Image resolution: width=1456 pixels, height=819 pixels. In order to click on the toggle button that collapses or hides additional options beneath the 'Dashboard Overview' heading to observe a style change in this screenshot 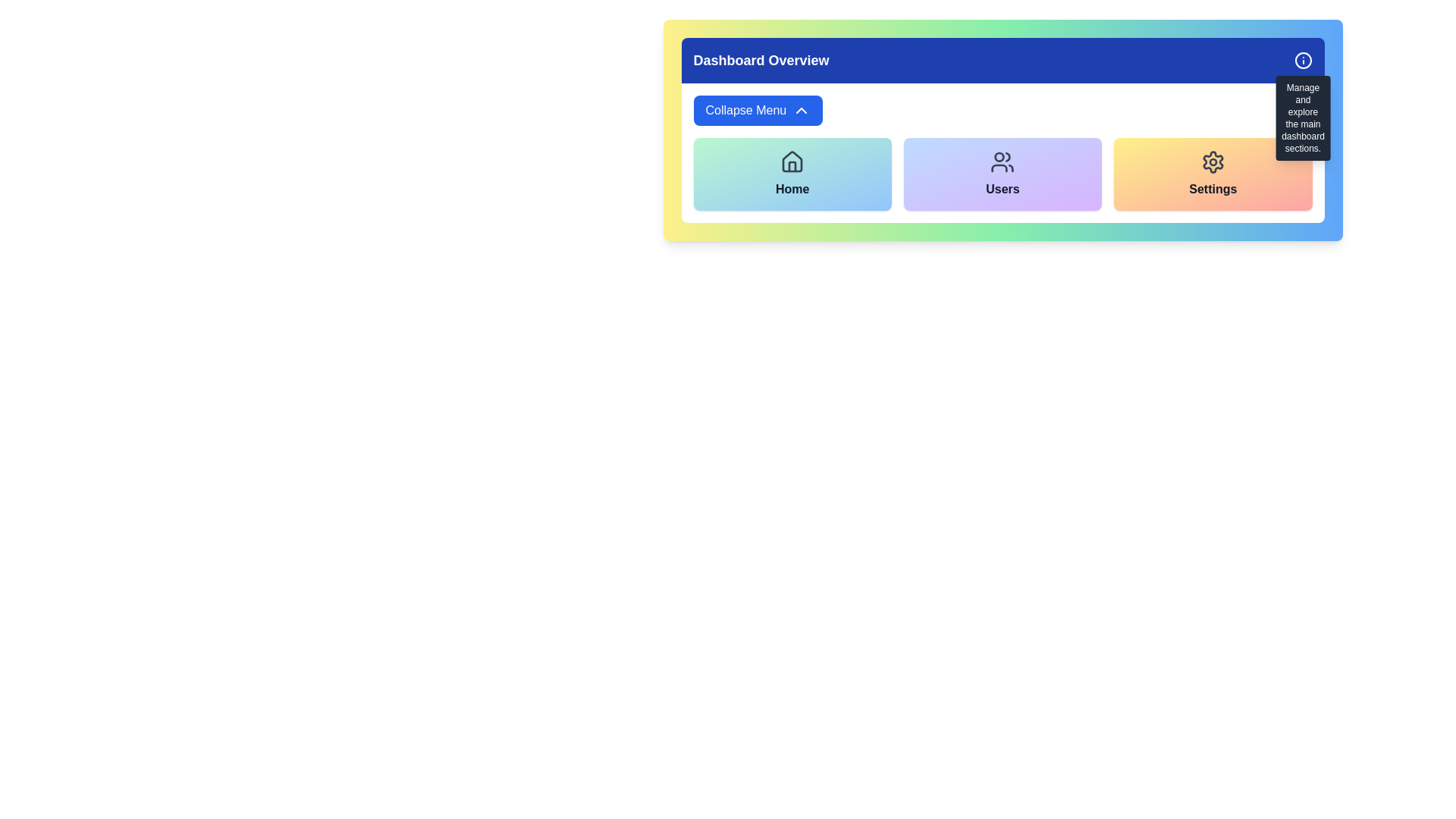, I will do `click(758, 110)`.